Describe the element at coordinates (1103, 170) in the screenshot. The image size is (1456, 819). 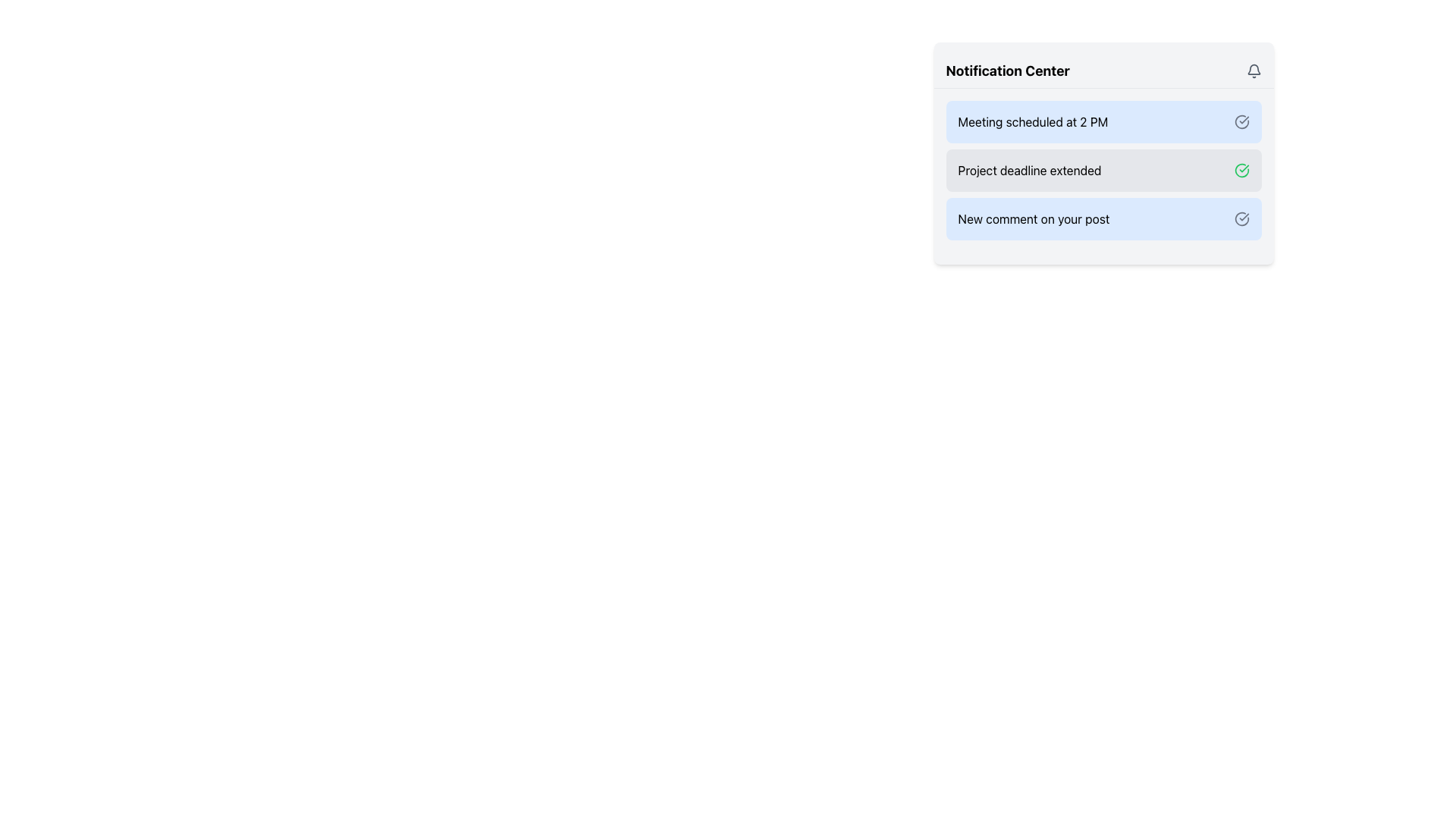
I see `the second notification block in the Notification Center to mark it as read` at that location.